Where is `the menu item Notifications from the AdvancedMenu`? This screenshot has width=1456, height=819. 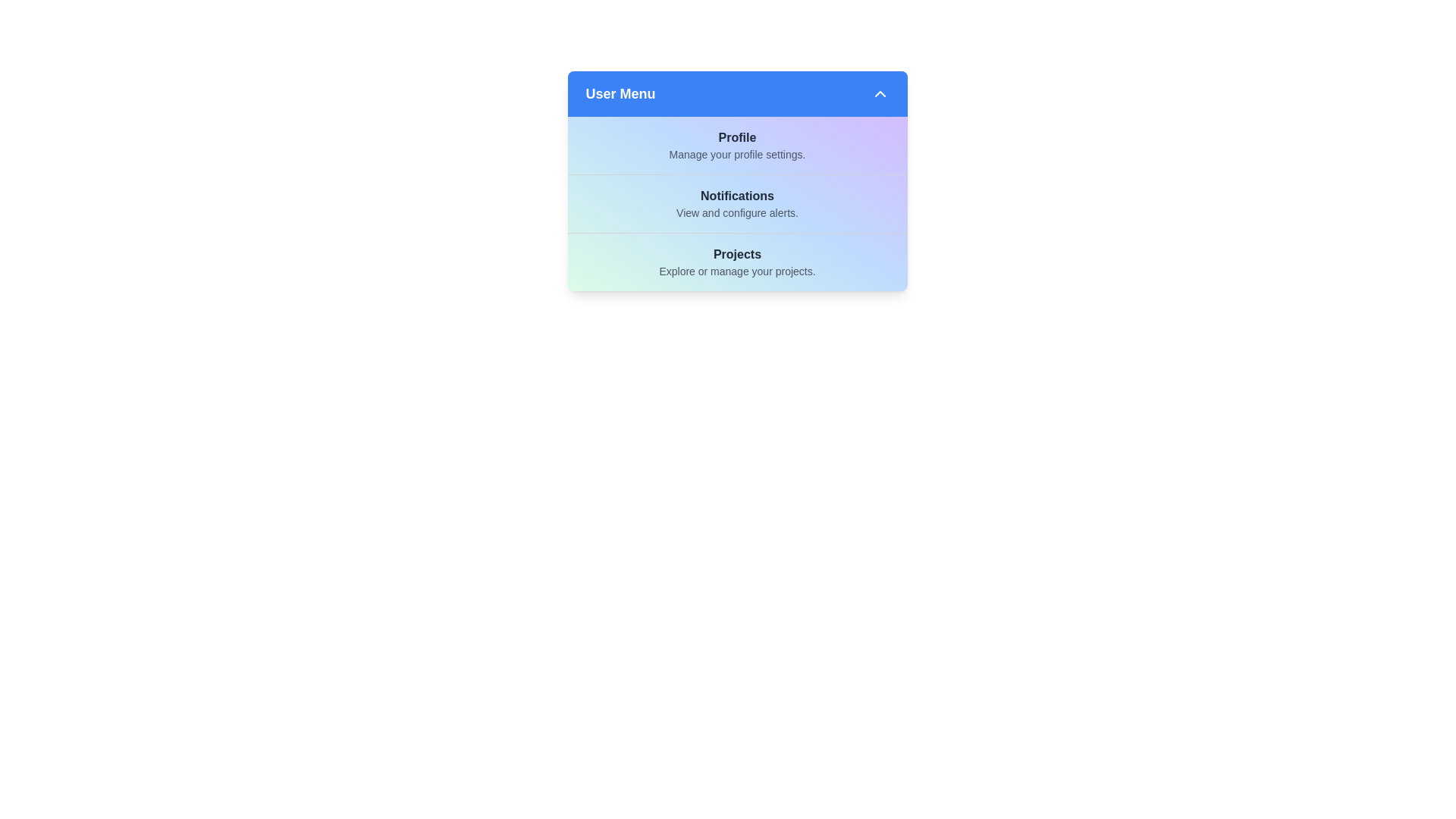 the menu item Notifications from the AdvancedMenu is located at coordinates (737, 202).